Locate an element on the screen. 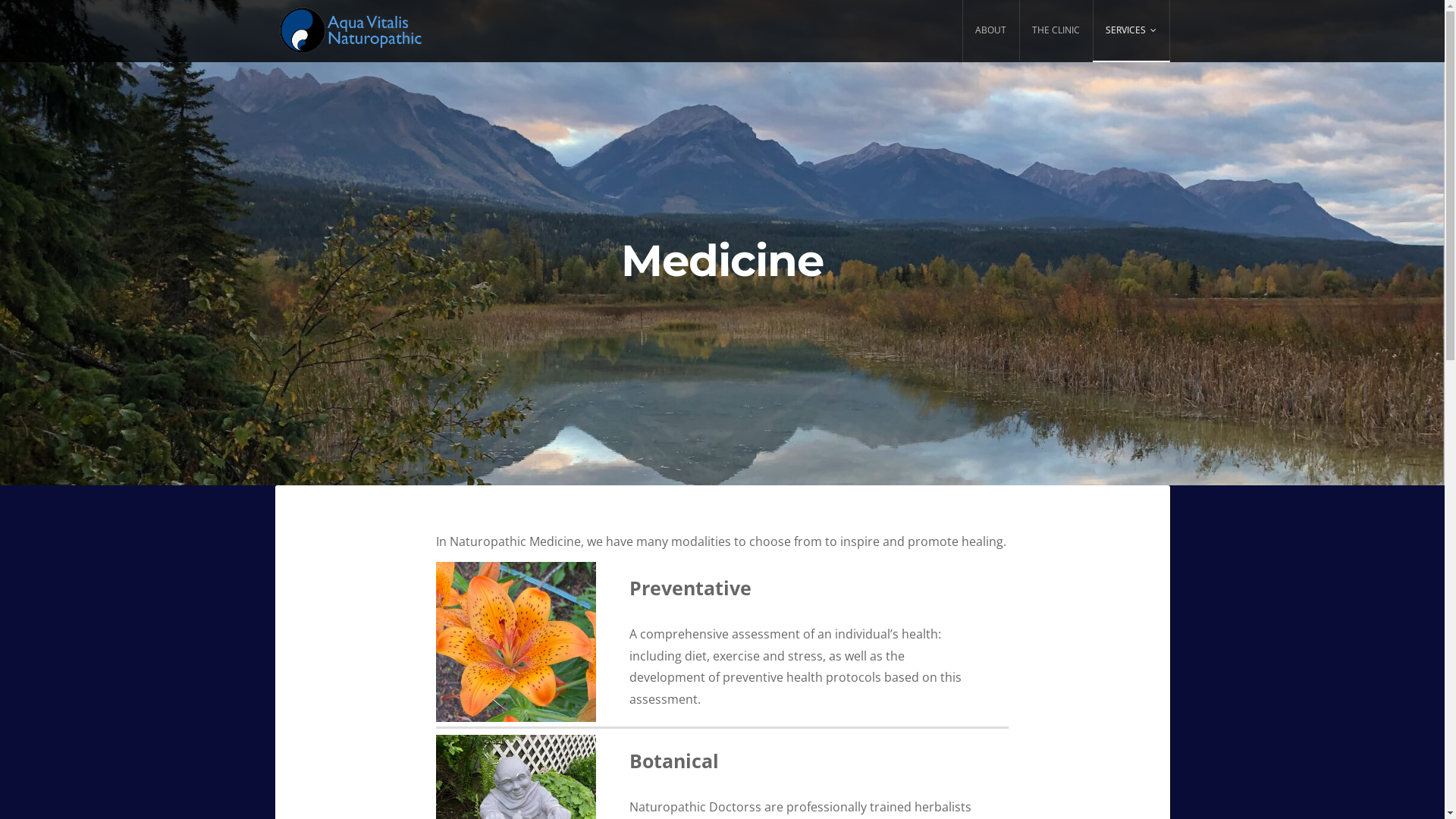 The height and width of the screenshot is (819, 1456). 'SERVICES' is located at coordinates (1131, 30).